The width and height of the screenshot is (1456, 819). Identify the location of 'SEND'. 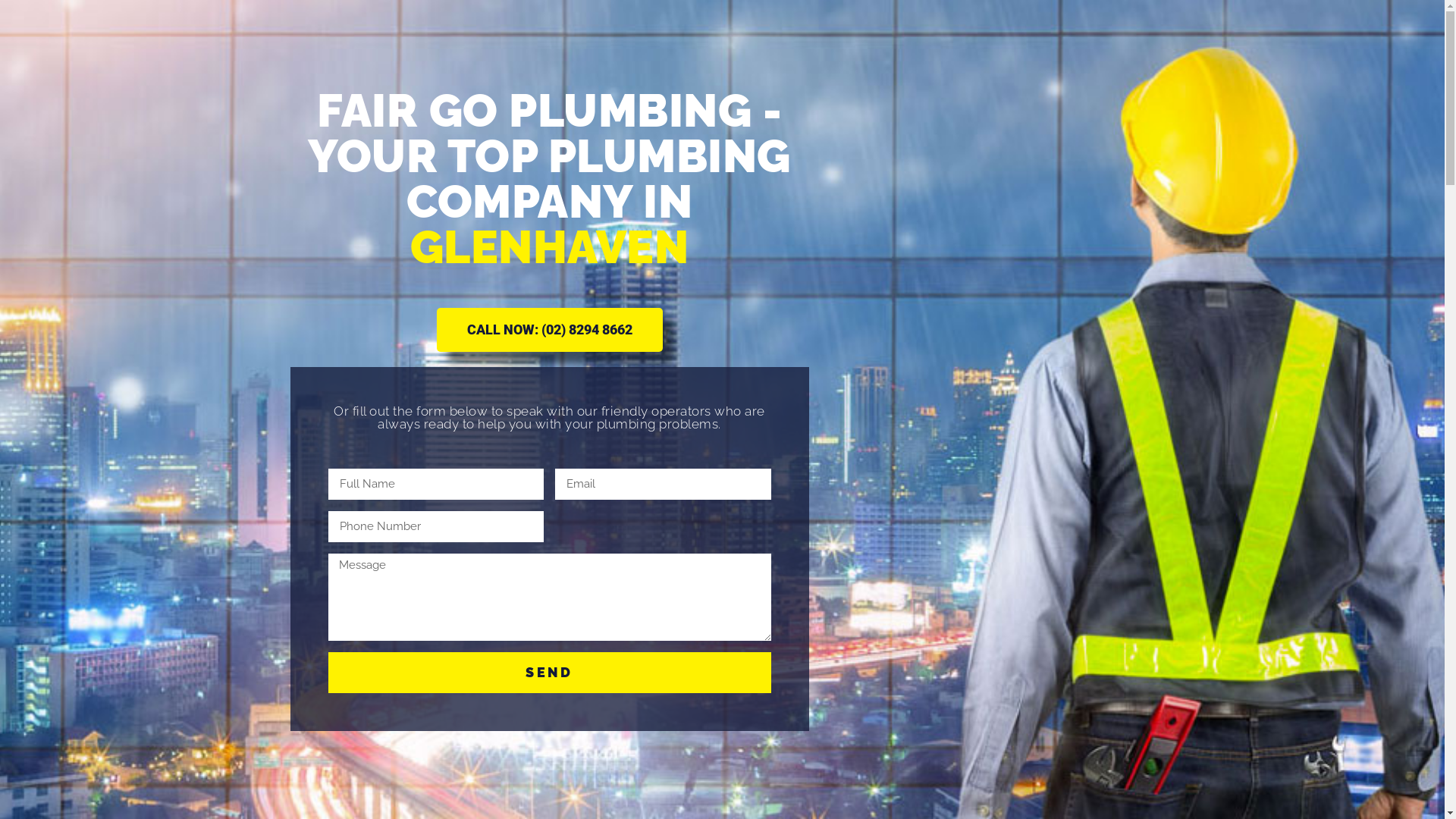
(548, 672).